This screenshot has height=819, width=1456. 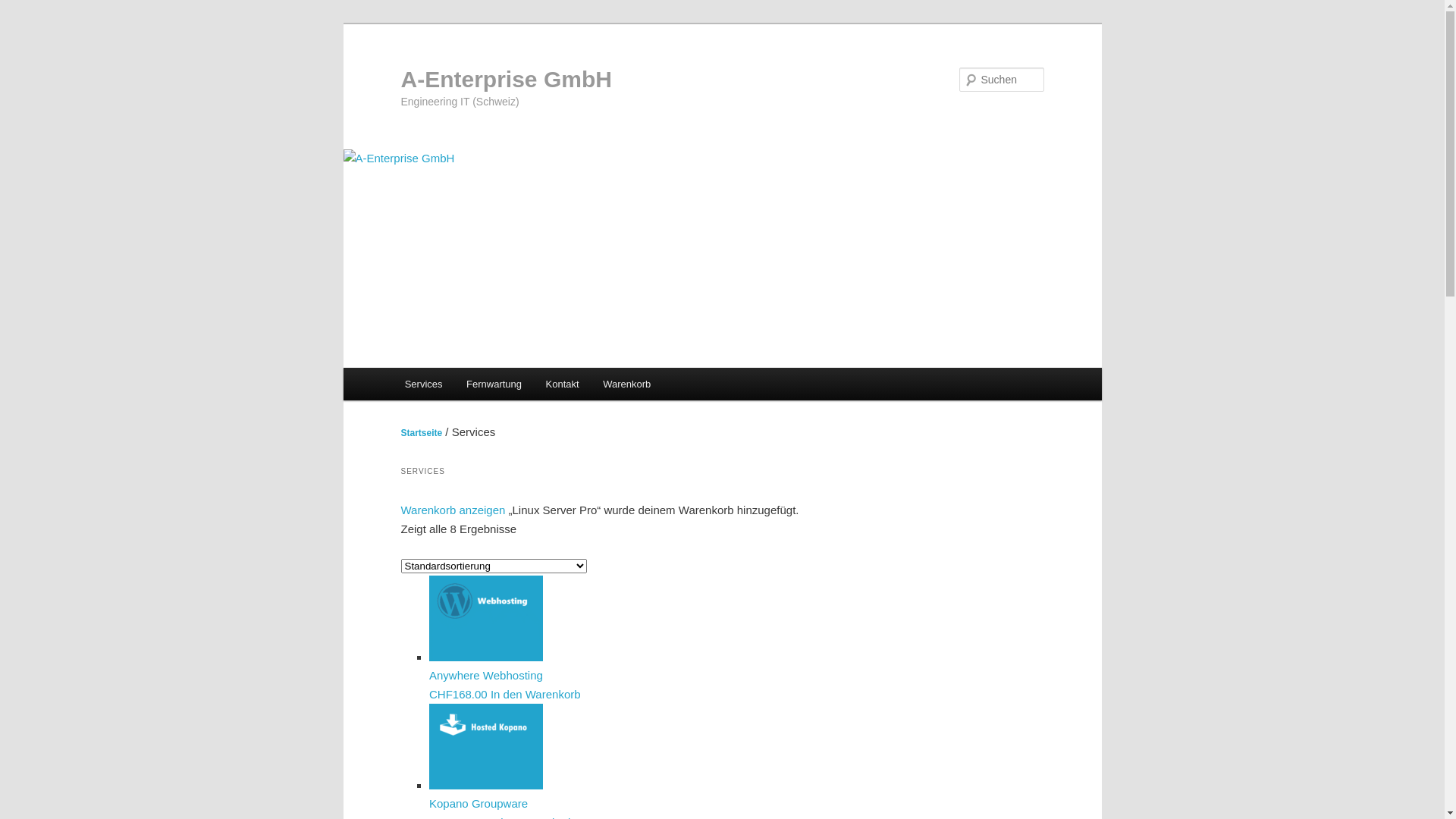 I want to click on 'Warenkorb anzeigen', so click(x=451, y=510).